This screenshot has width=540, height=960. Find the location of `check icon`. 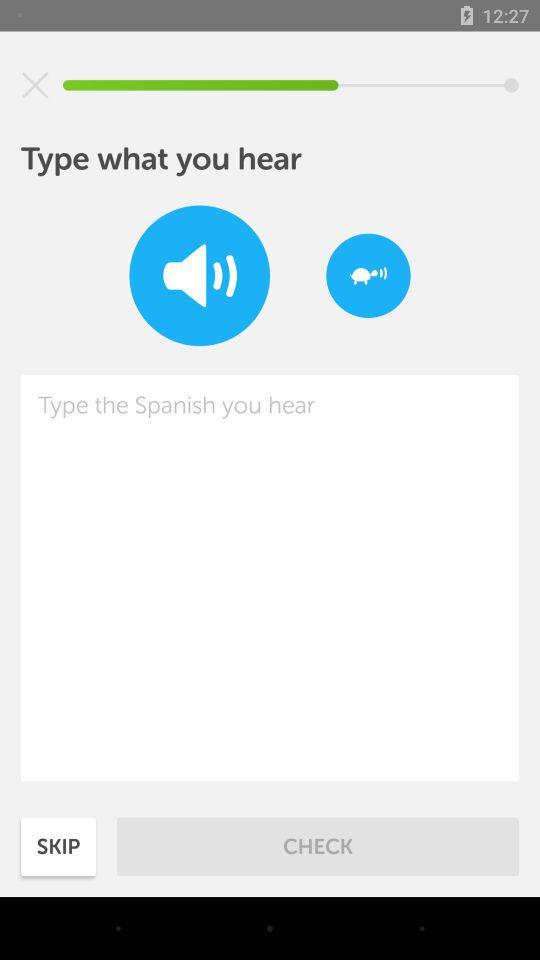

check icon is located at coordinates (318, 845).